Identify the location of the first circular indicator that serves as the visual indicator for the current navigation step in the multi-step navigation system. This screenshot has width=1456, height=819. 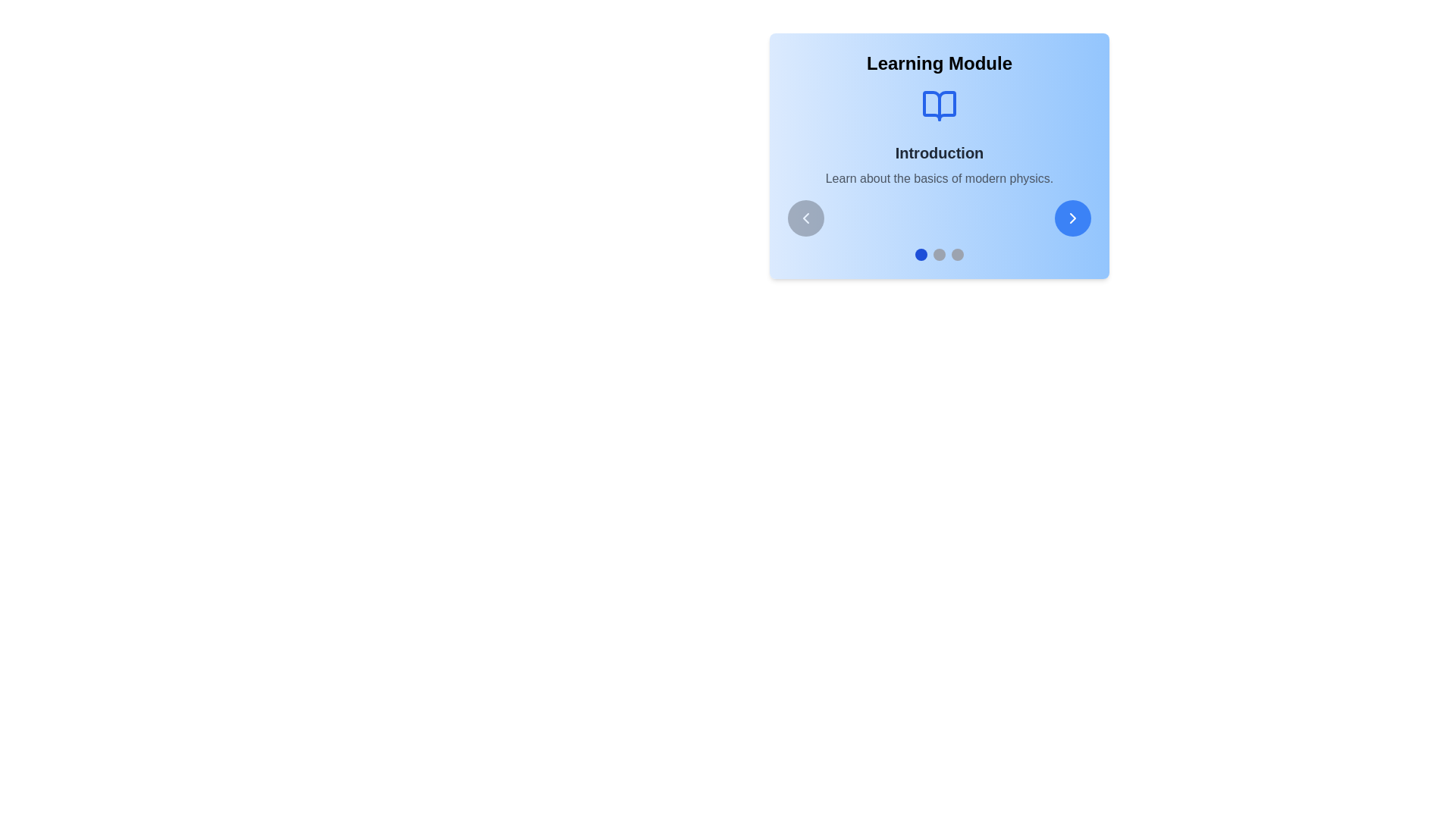
(920, 253).